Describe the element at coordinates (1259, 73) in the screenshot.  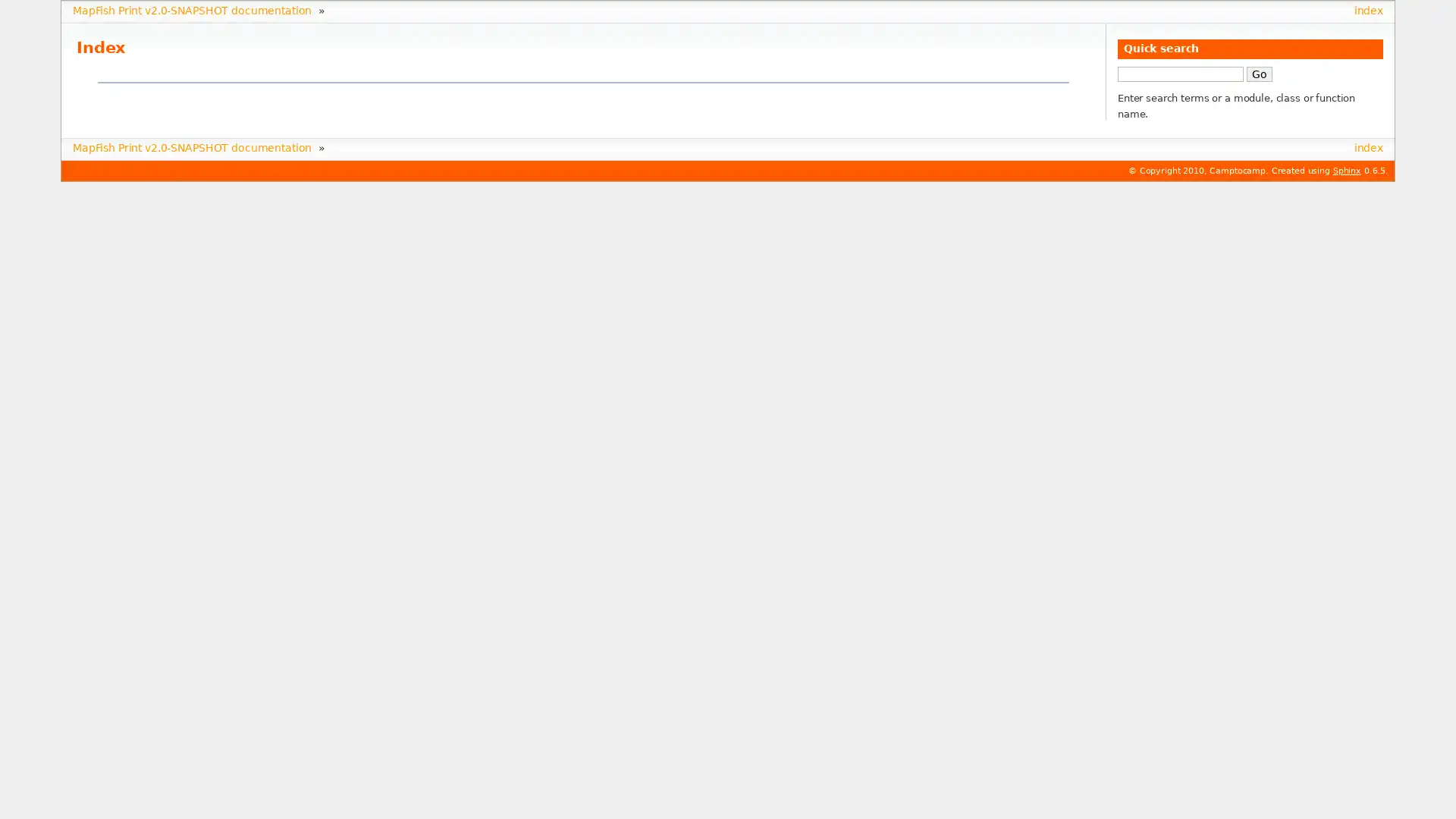
I see `Go` at that location.